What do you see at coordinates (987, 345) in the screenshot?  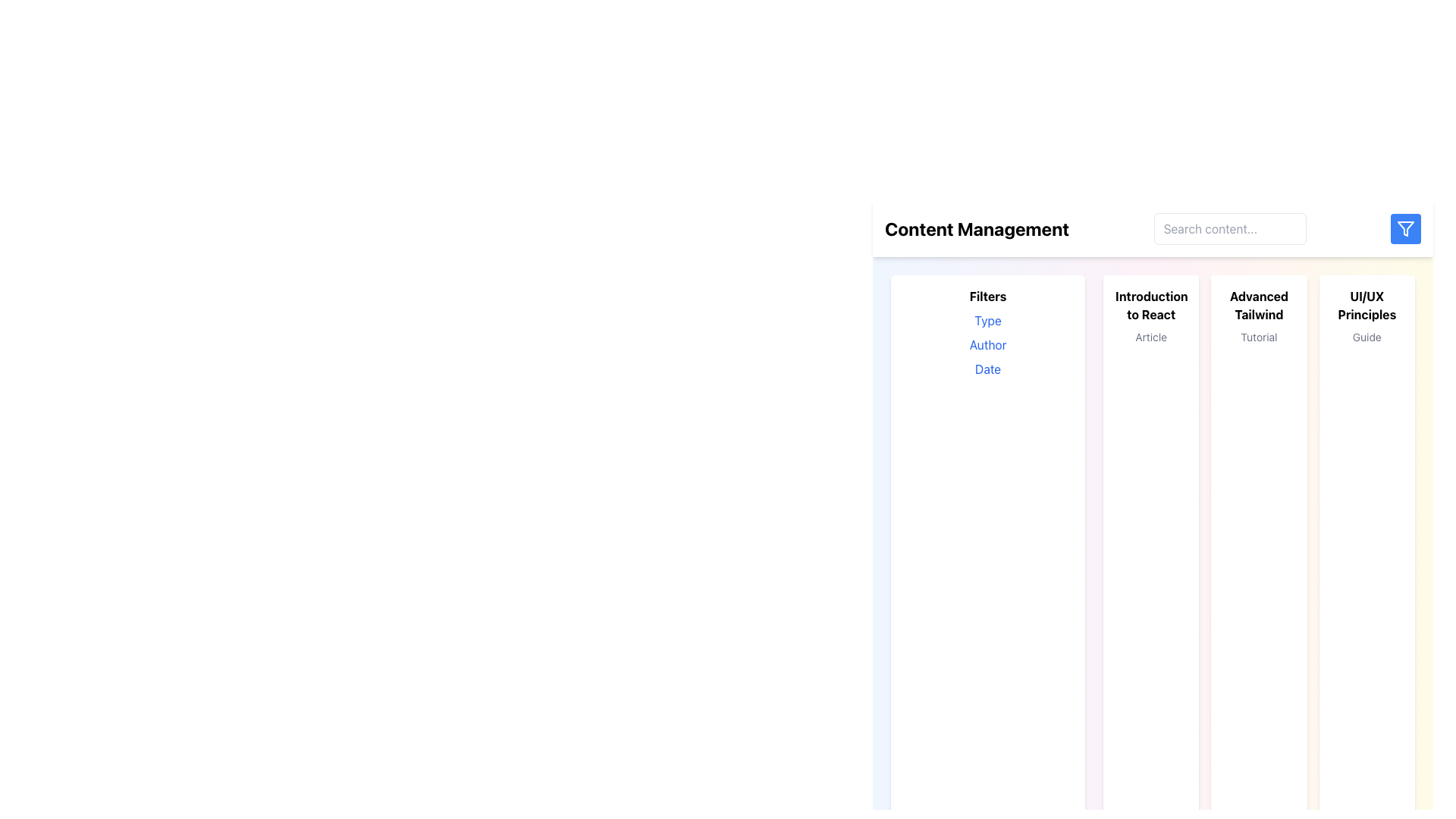 I see `the 'Author' text label, which is a blue sans-serif font label located under the 'Filters' section, directly below 'Type'` at bounding box center [987, 345].